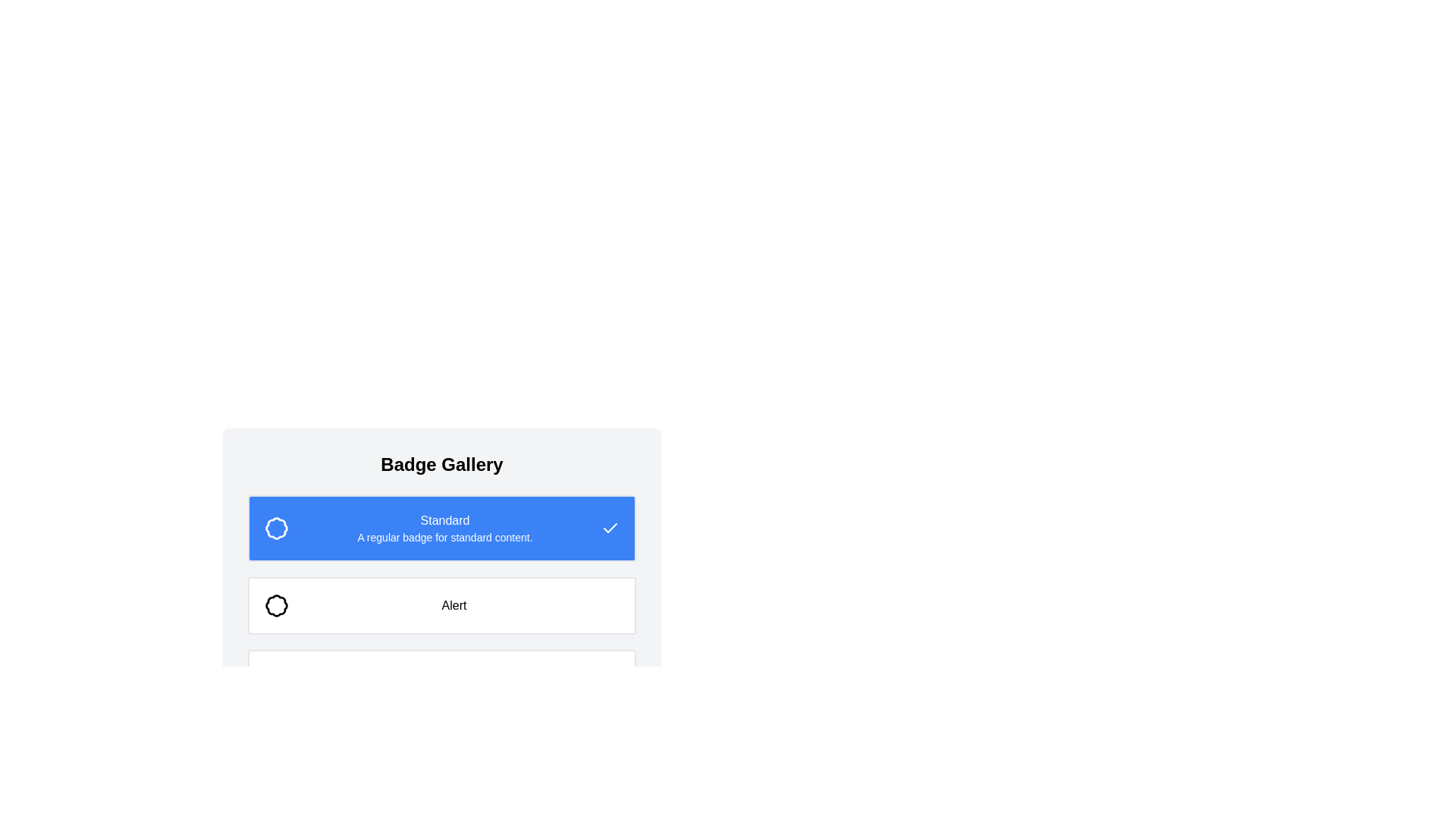 This screenshot has width=1456, height=819. Describe the element at coordinates (276, 528) in the screenshot. I see `the stylized blue badge icon located within the 'Standard' section of the horizontal blue bar at the top of the list` at that location.